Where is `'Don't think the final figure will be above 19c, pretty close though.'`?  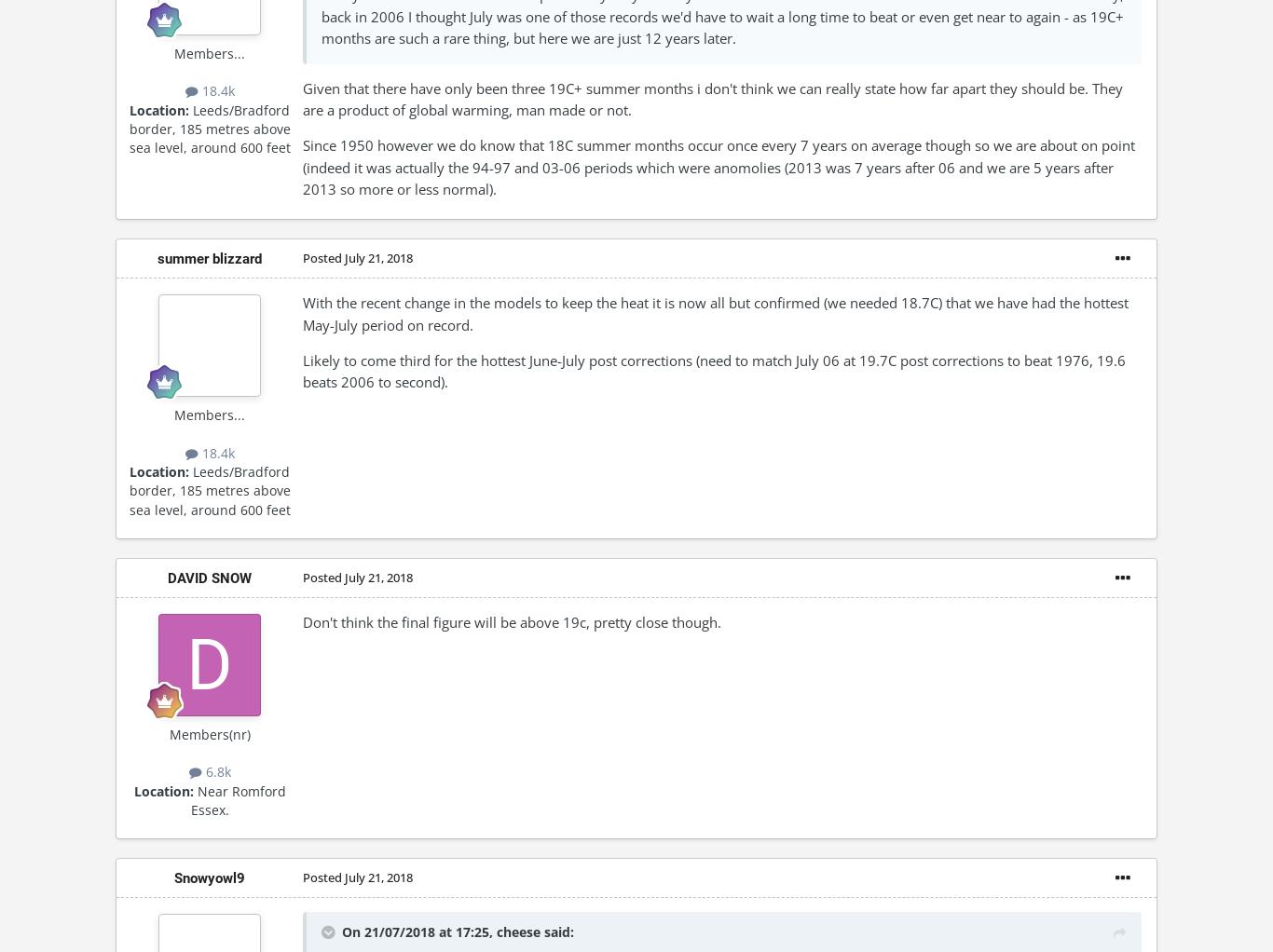 'Don't think the final figure will be above 19c, pretty close though.' is located at coordinates (512, 619).